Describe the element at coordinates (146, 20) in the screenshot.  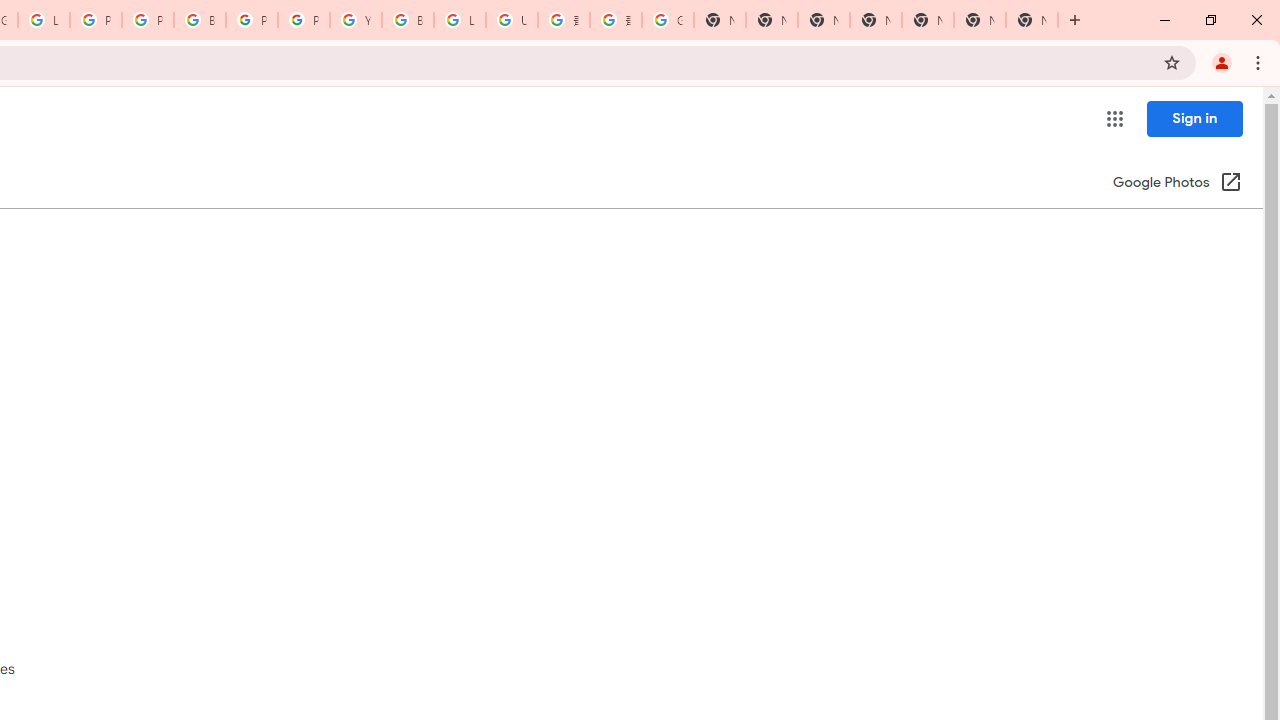
I see `'Privacy Help Center - Policies Help'` at that location.